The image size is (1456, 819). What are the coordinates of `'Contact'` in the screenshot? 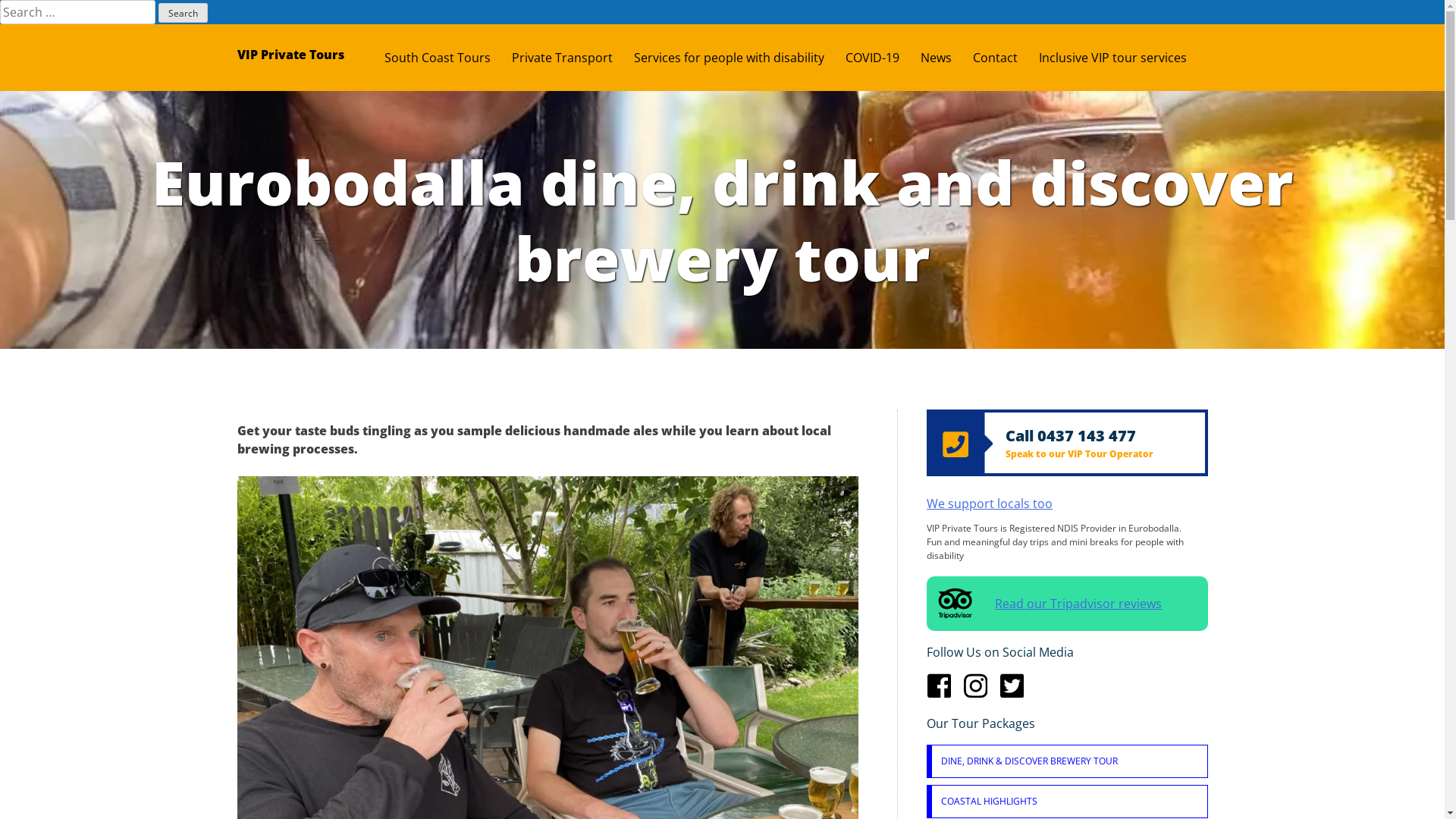 It's located at (971, 57).